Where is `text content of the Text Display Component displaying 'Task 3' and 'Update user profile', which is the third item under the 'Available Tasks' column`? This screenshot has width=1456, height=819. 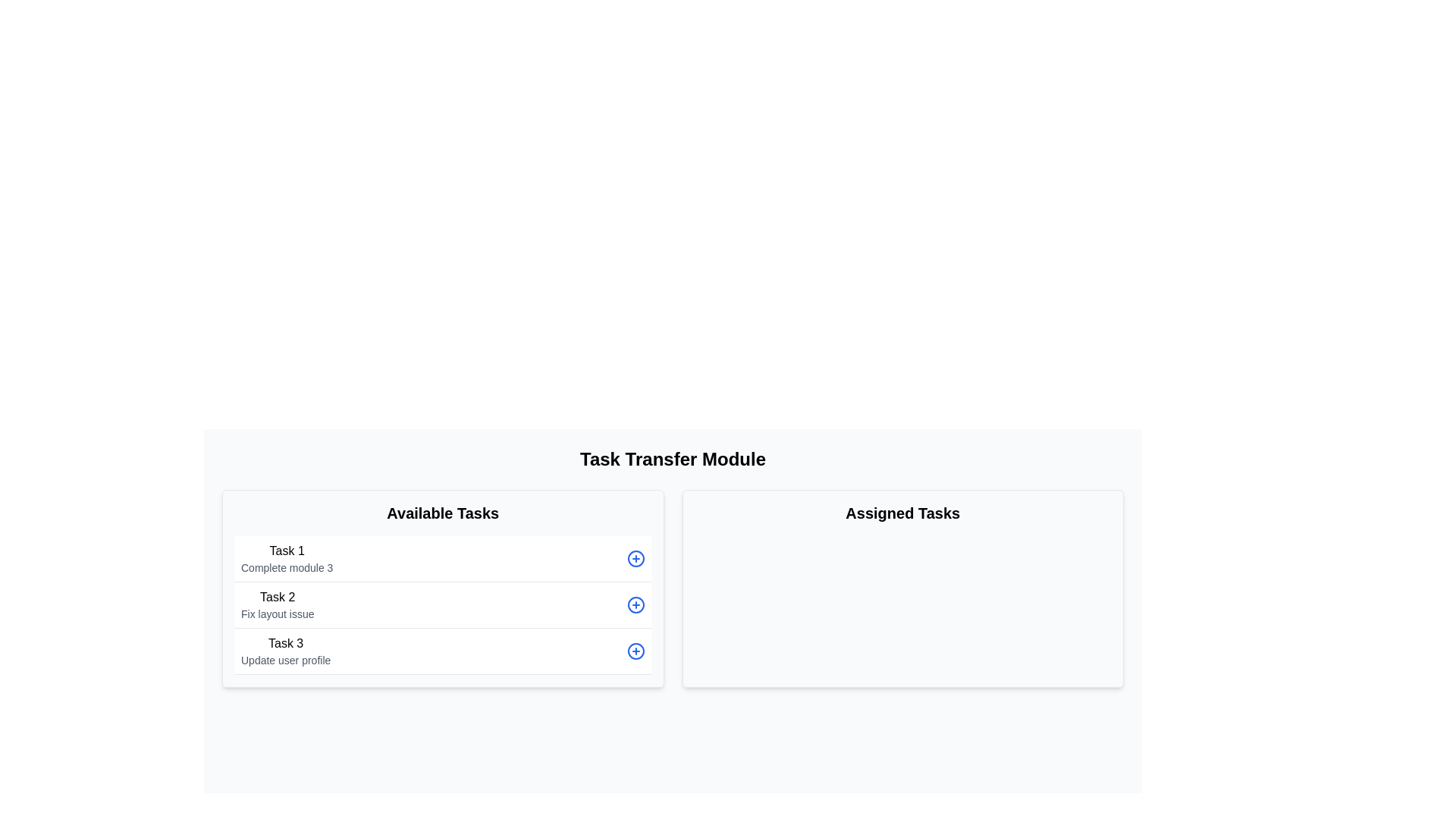 text content of the Text Display Component displaying 'Task 3' and 'Update user profile', which is the third item under the 'Available Tasks' column is located at coordinates (286, 651).